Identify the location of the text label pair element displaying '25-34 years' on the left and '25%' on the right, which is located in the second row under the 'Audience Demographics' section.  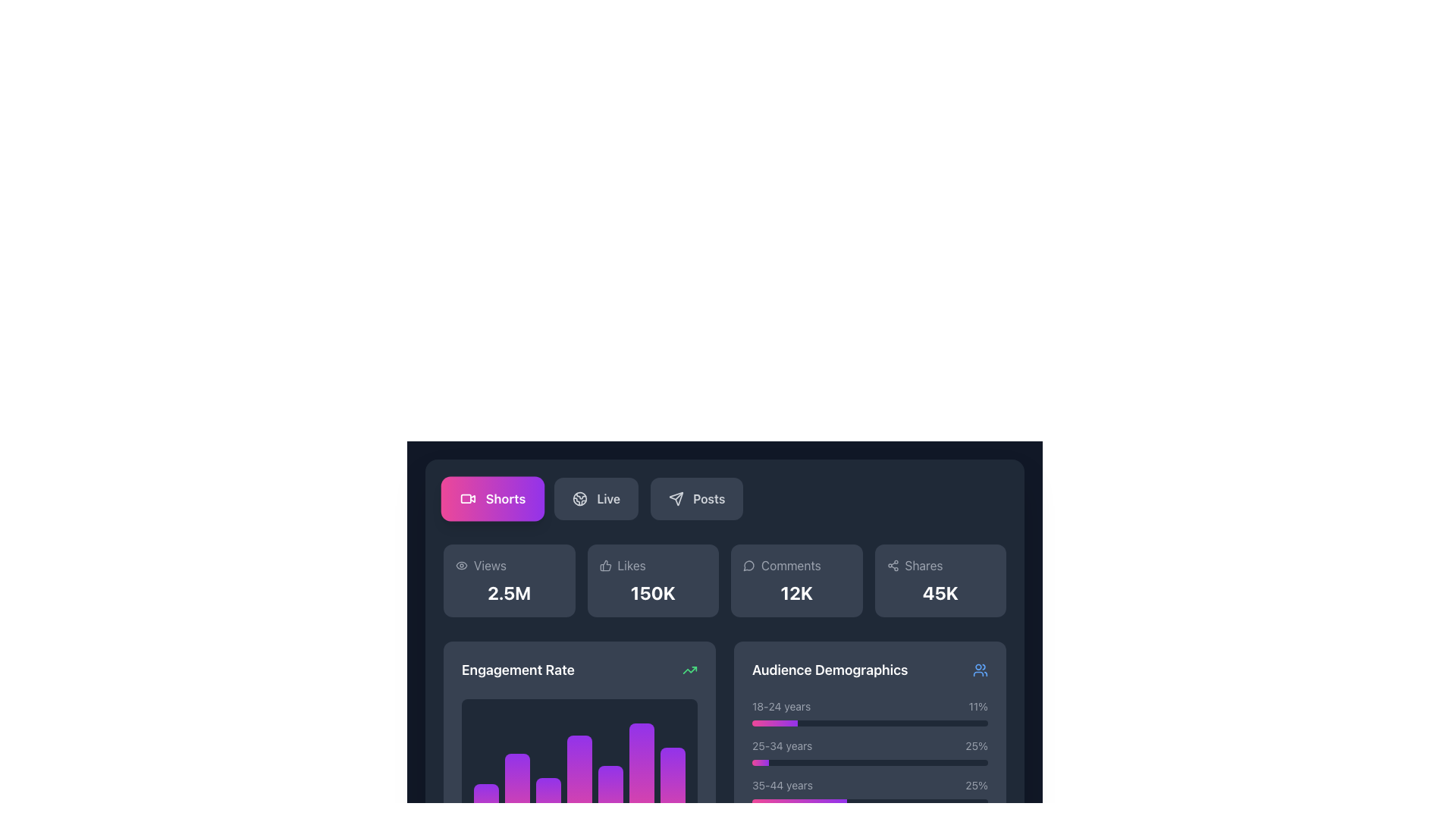
(870, 745).